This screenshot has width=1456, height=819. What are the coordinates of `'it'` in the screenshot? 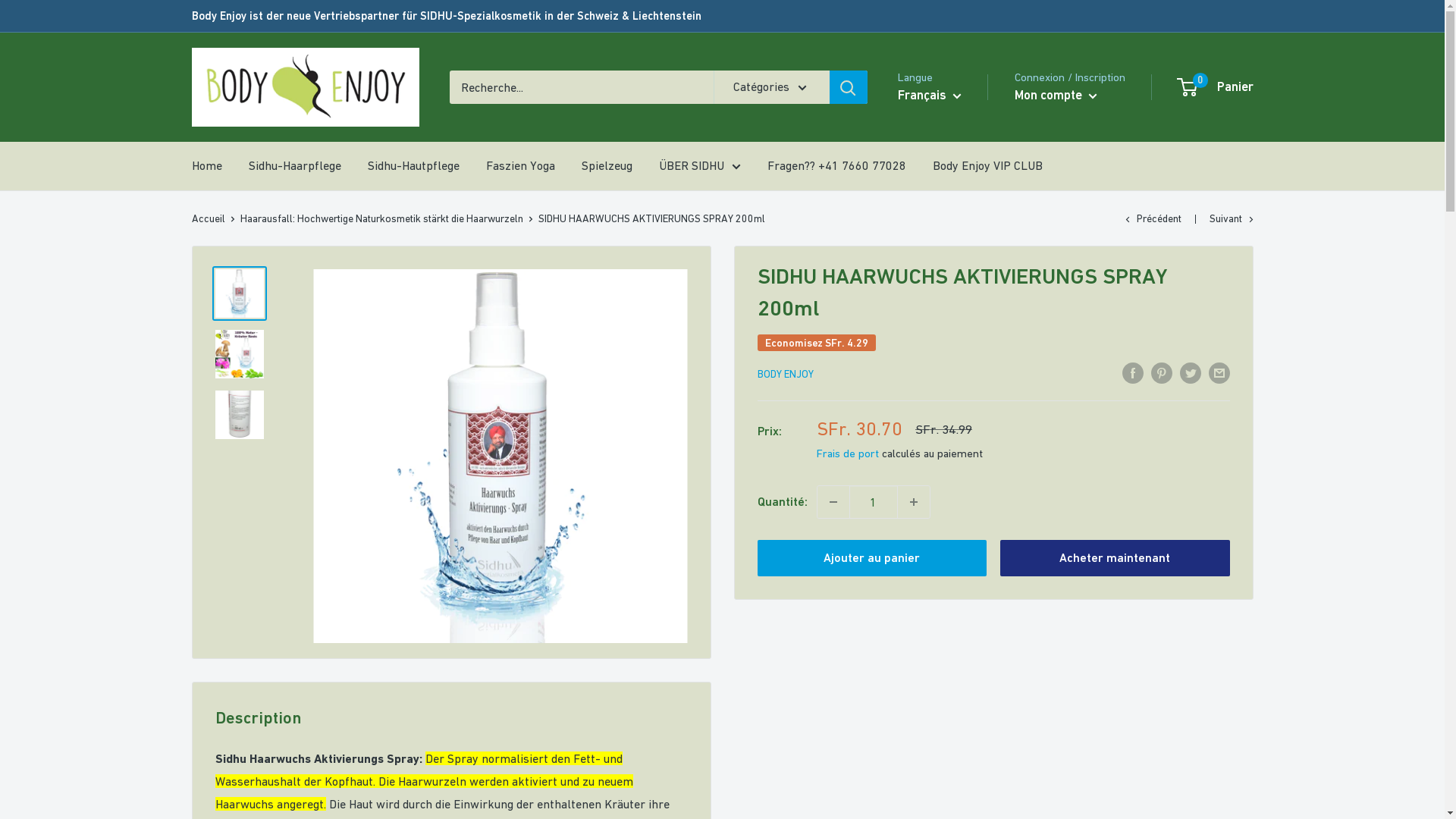 It's located at (942, 184).